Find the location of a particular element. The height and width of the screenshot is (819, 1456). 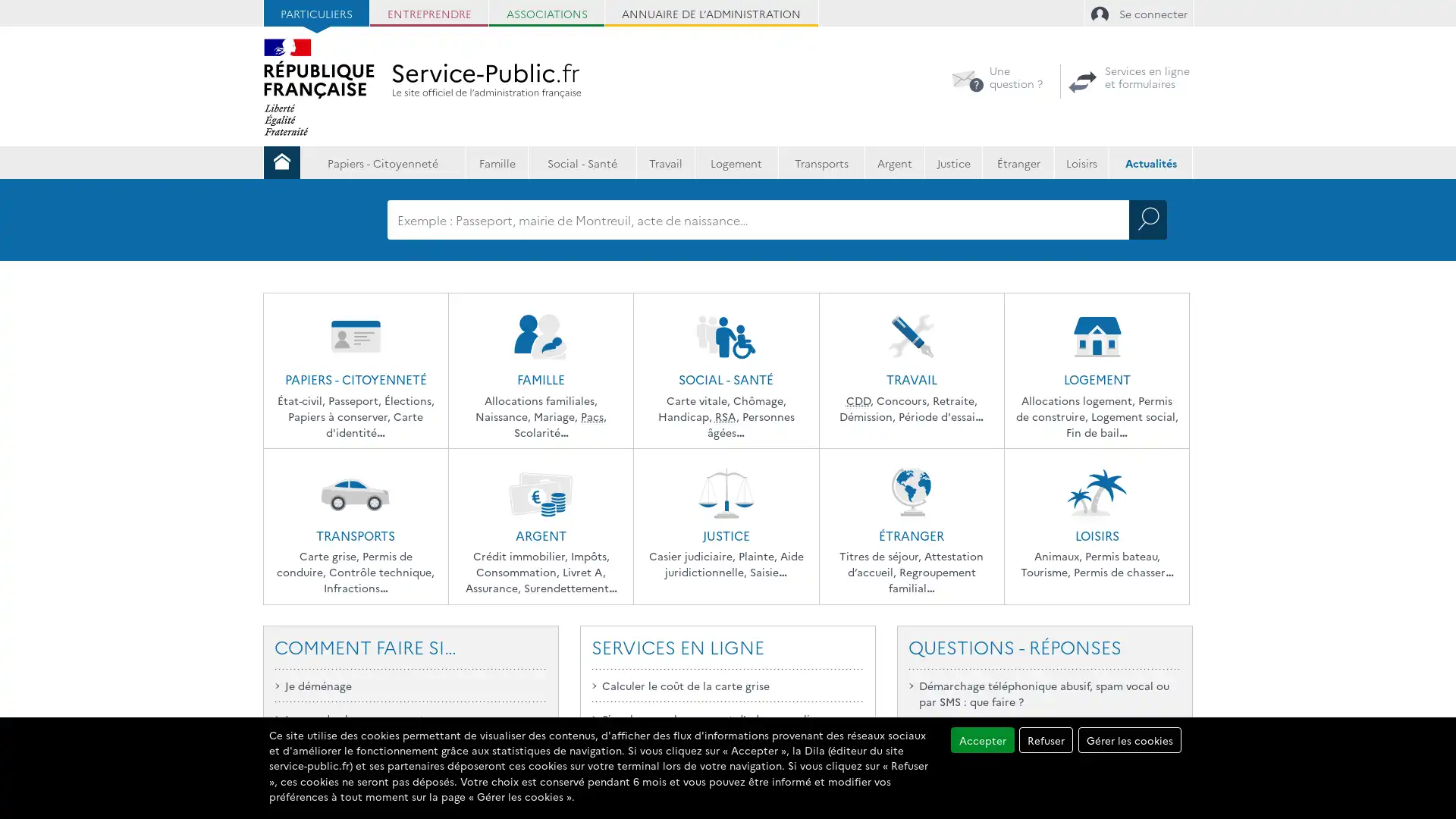

Logement is located at coordinates (736, 162).